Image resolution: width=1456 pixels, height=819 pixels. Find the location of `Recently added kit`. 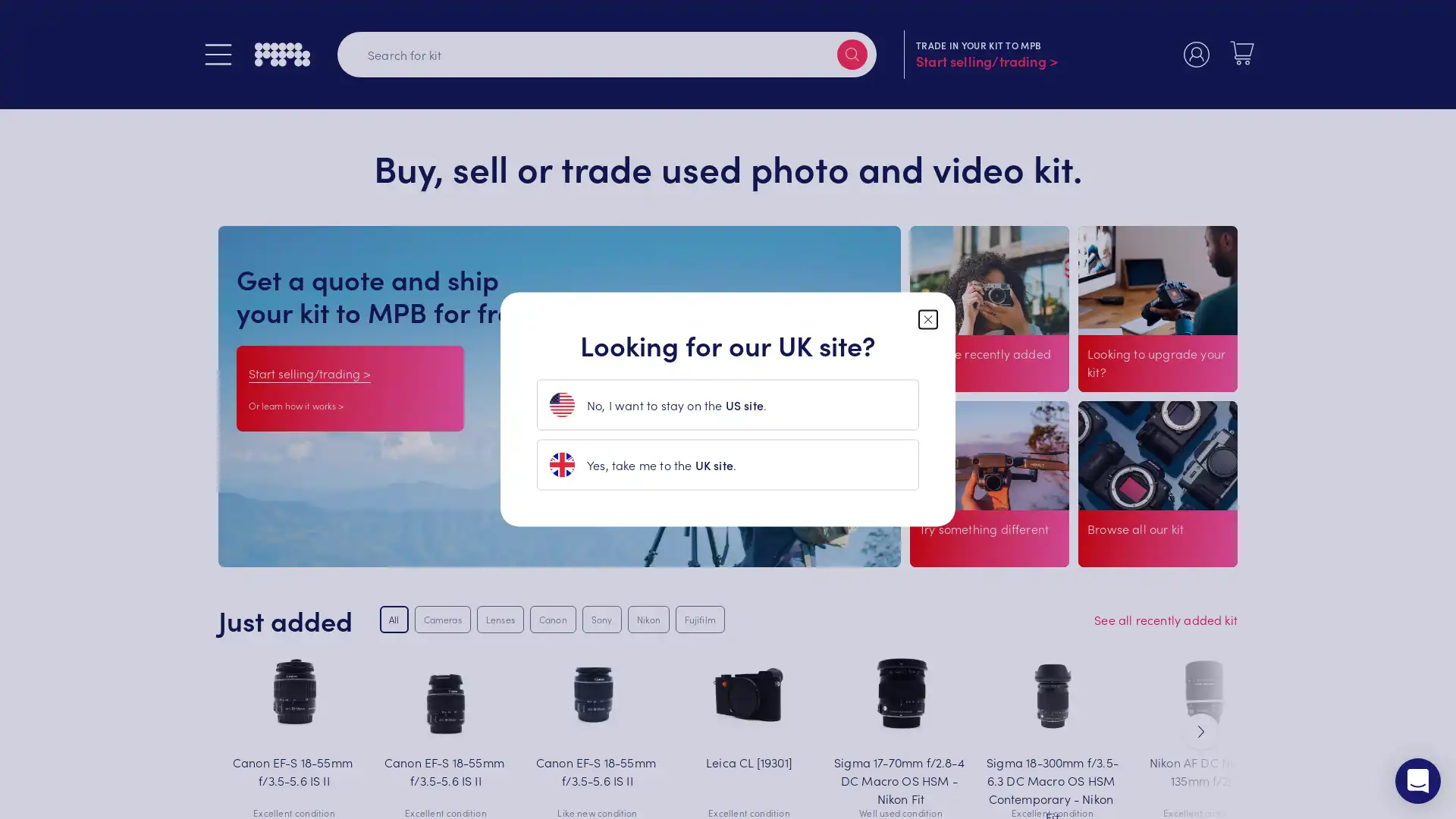

Recently added kit is located at coordinates (969, 394).